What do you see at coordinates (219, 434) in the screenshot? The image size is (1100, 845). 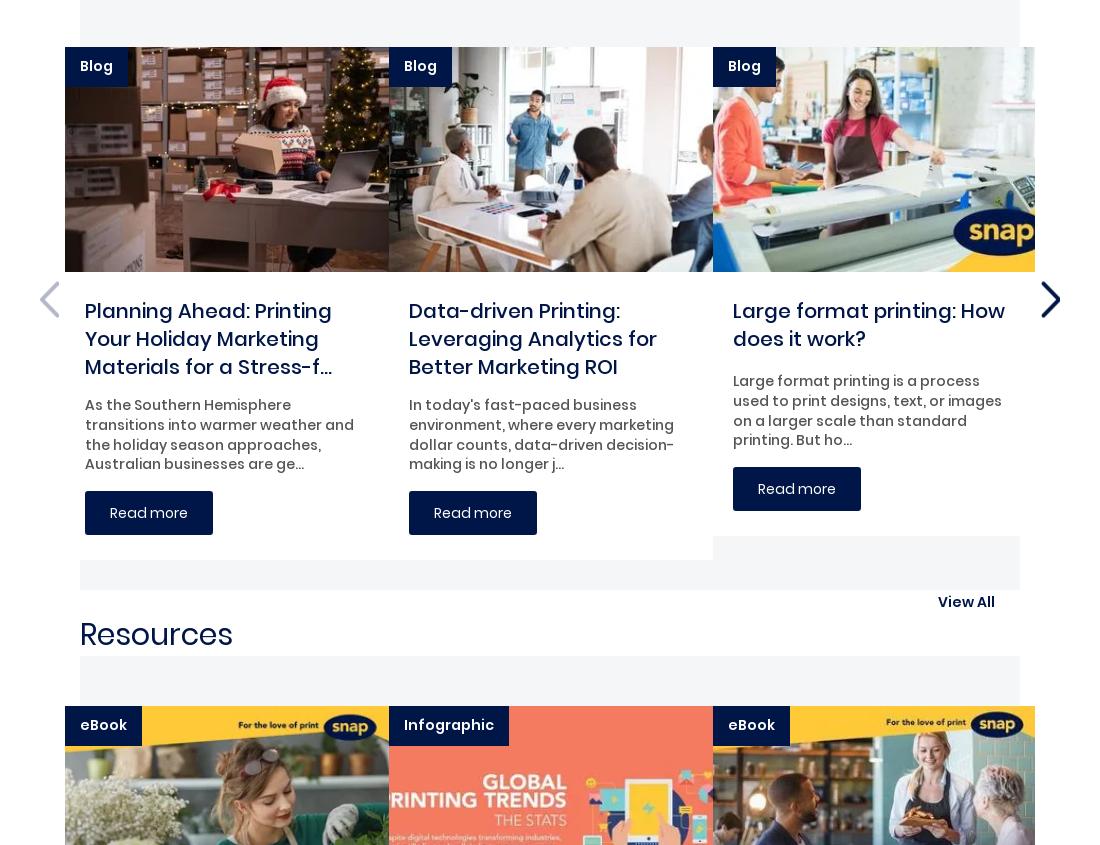 I see `'As the Southern Hemisphere transitions into warmer weather and the holiday season approaches, Australian businesses are ge...'` at bounding box center [219, 434].